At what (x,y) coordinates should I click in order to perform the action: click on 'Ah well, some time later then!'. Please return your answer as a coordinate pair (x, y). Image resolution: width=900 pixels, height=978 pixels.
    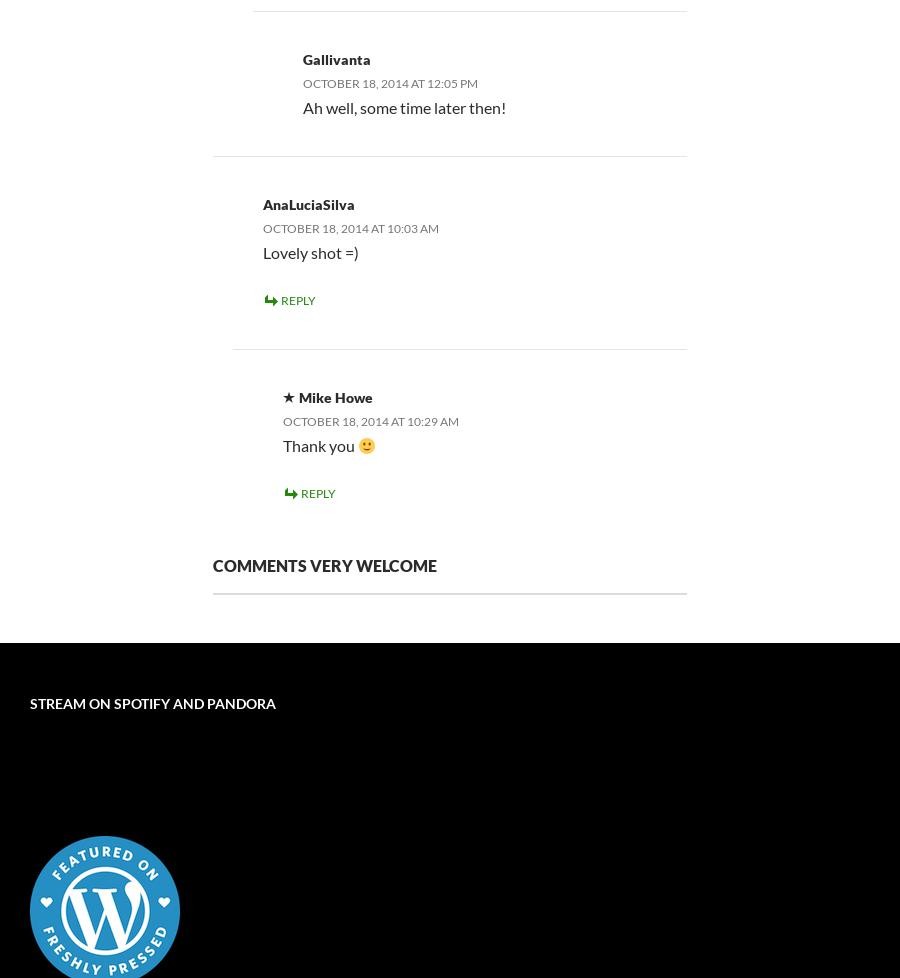
    Looking at the image, I should click on (404, 106).